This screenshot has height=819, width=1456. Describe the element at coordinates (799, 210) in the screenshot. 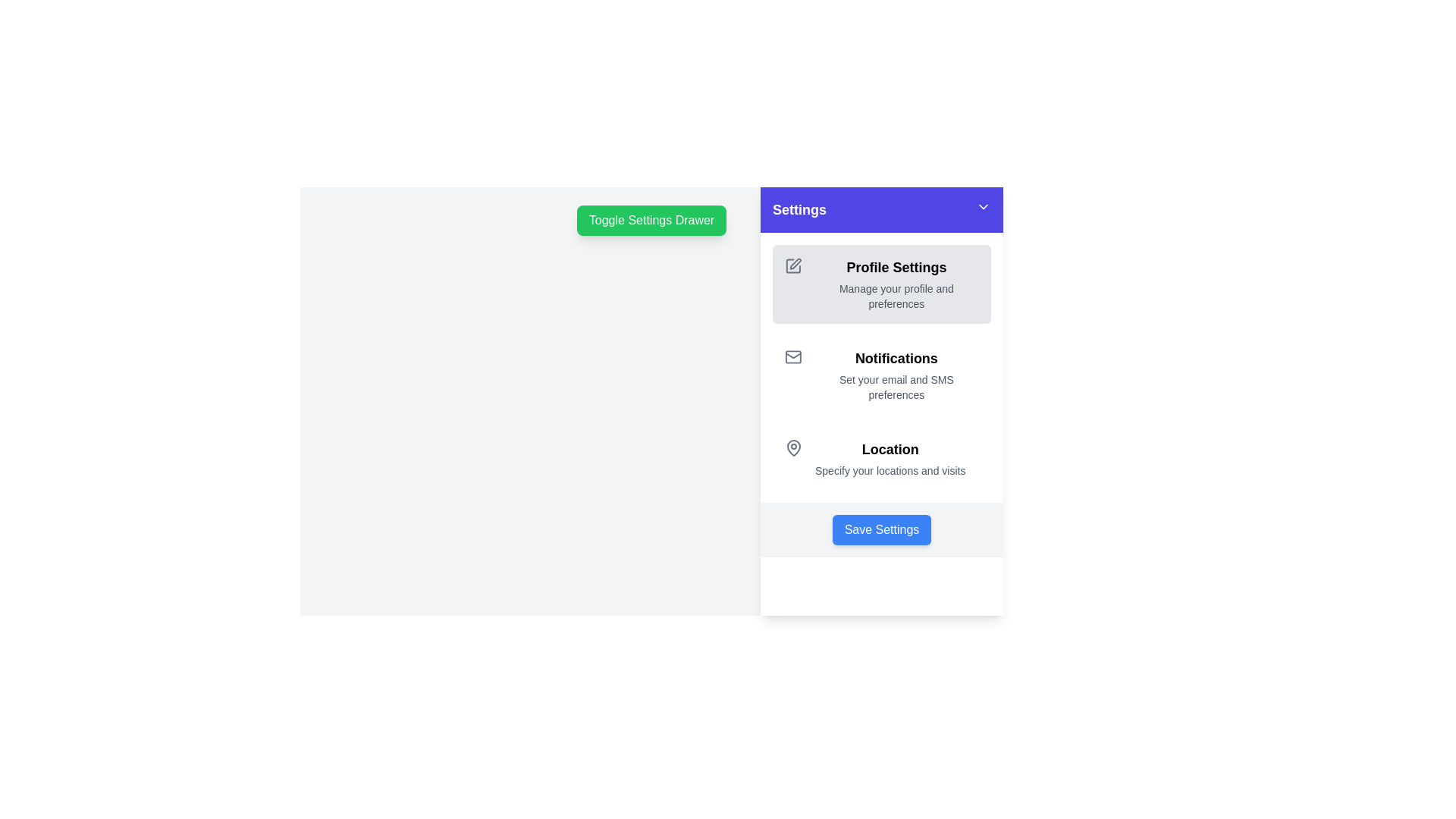

I see `the 'Settings' text label, which is styled in bold white font on an indigo-blue background, located in the top bar of the settings sidebar` at that location.